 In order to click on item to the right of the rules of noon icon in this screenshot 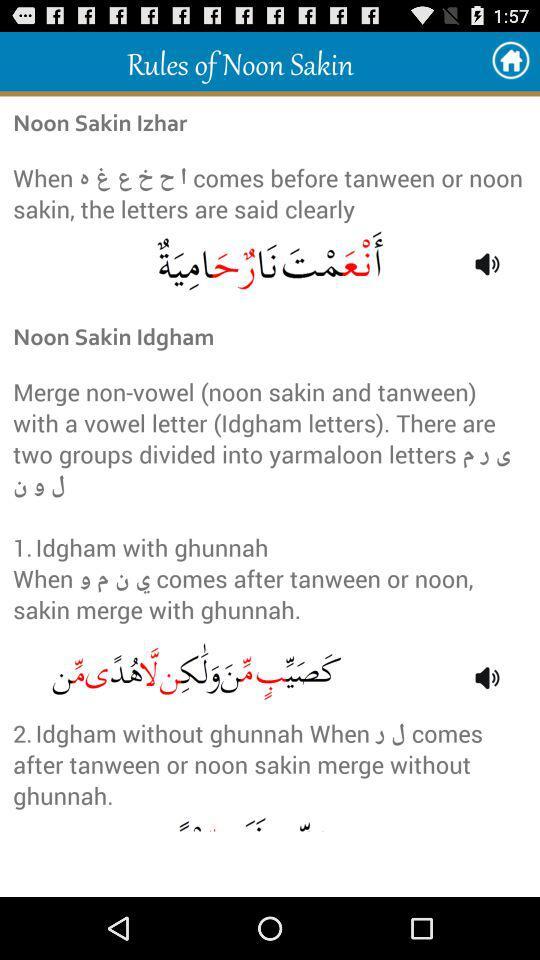, I will do `click(510, 61)`.